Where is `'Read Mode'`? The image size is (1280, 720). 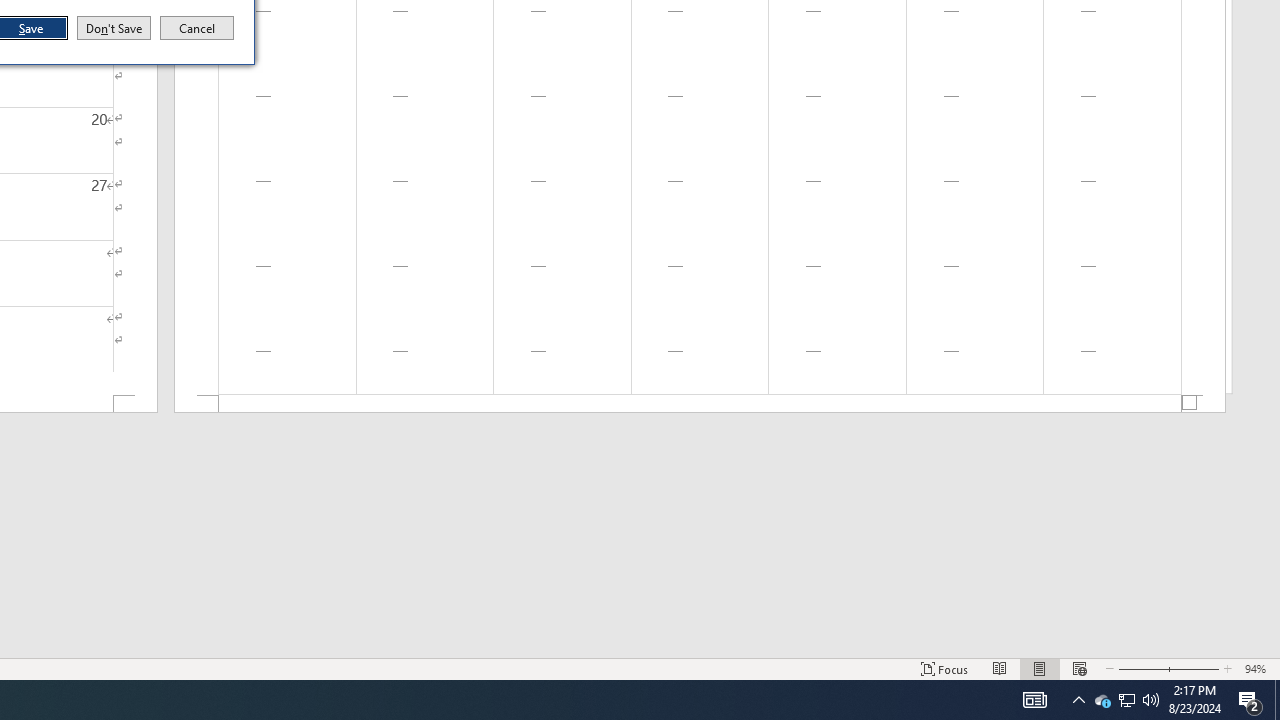
'Read Mode' is located at coordinates (1000, 669).